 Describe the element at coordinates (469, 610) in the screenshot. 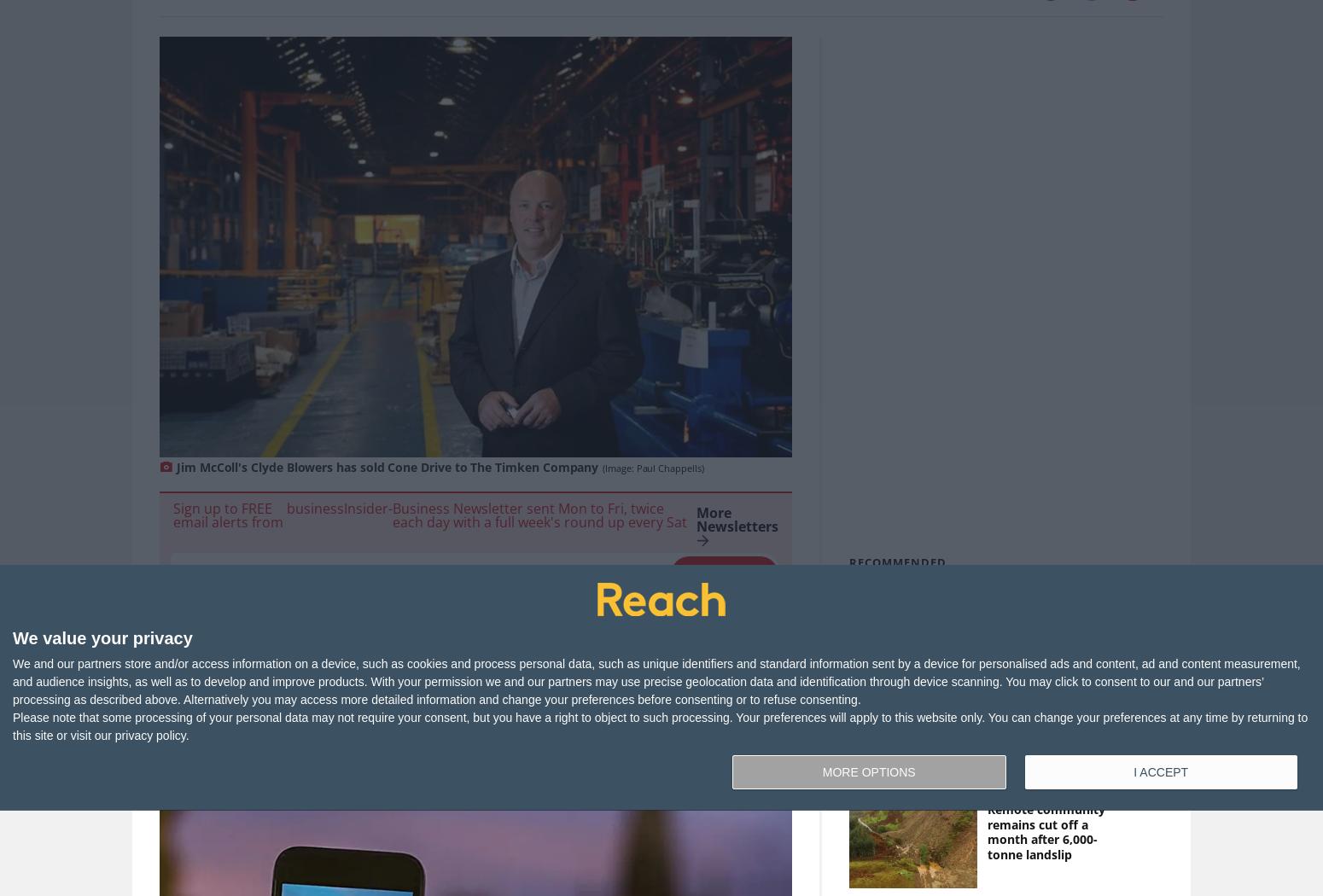

I see `'We use your sign-up to provide content in ways you’ve consented to and improve our understanding of you. This may include adverts from us and third parties based on our knowledge of you.'` at that location.